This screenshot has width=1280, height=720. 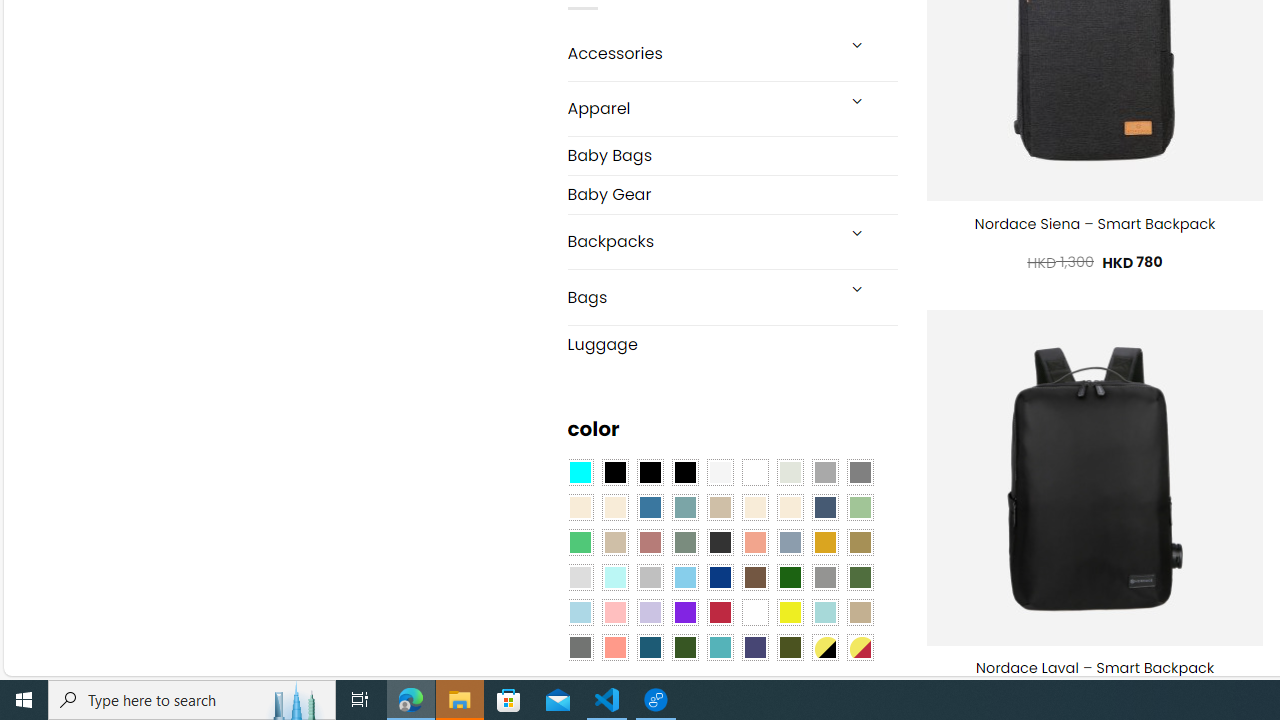 What do you see at coordinates (860, 611) in the screenshot?
I see `'Khaki'` at bounding box center [860, 611].